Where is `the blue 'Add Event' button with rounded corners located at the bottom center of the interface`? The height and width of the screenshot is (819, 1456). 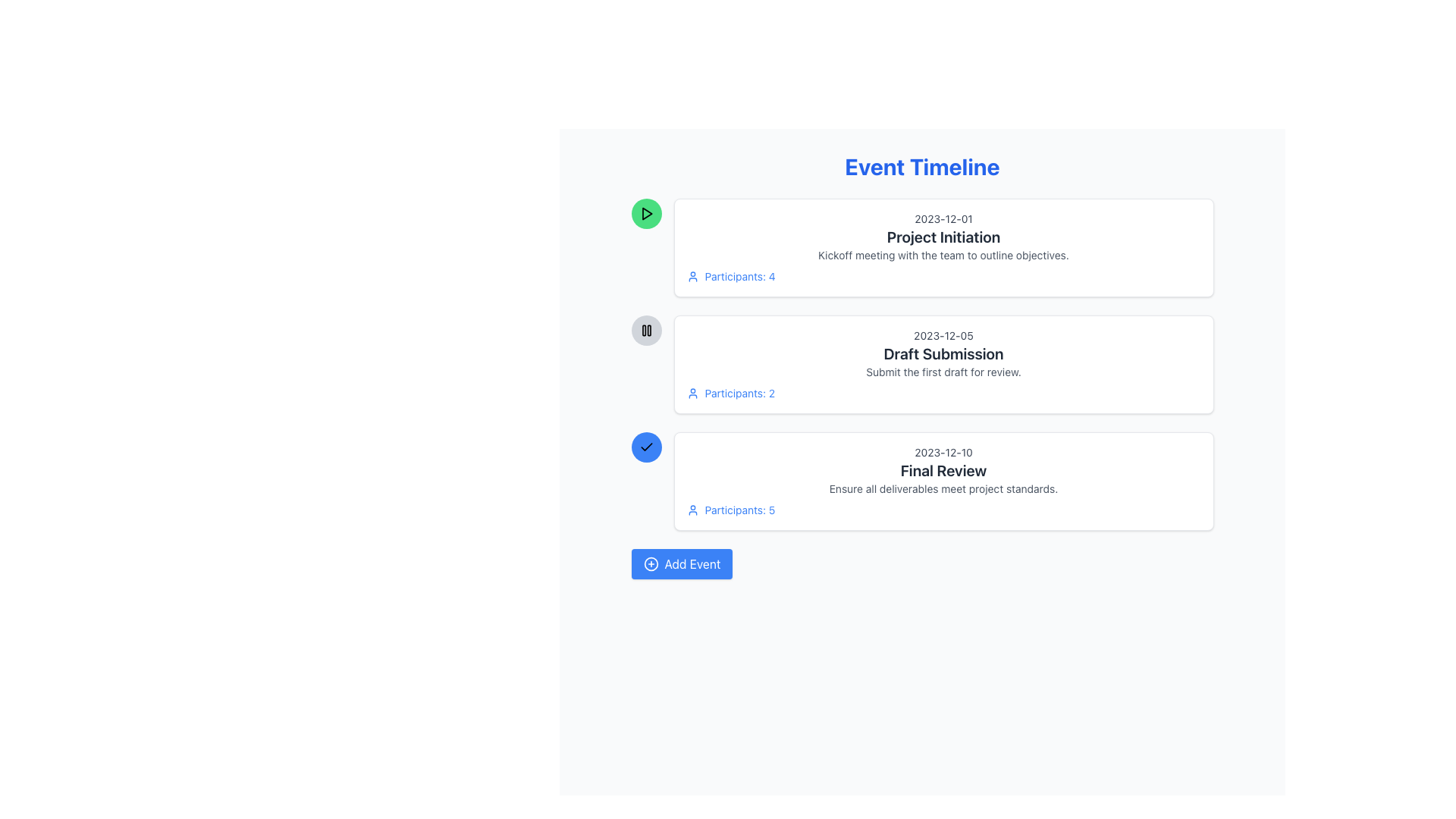
the blue 'Add Event' button with rounded corners located at the bottom center of the interface is located at coordinates (681, 564).